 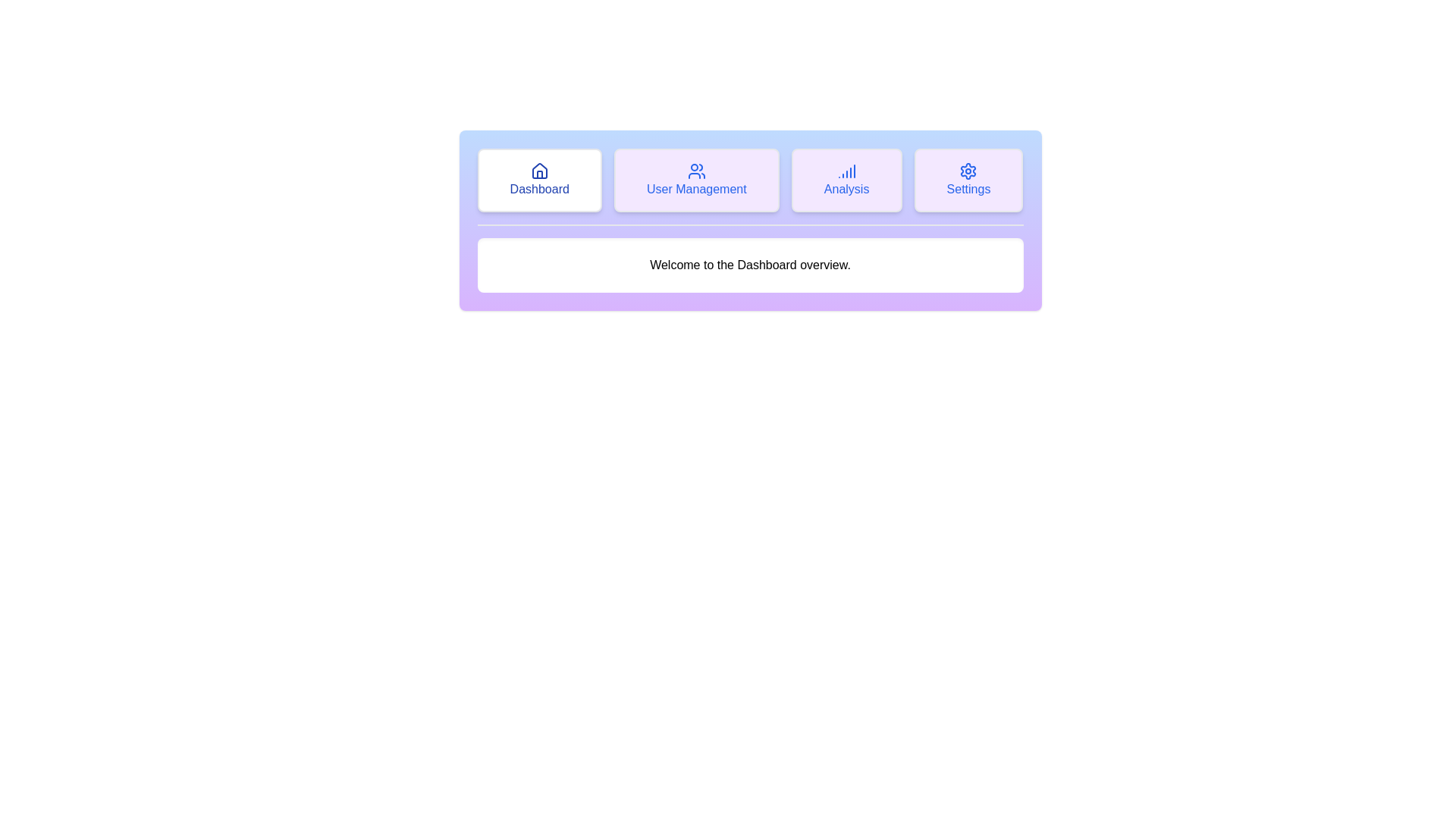 I want to click on the gear-shaped icon within the 'Settings' button located at the top-right of the button row, so click(x=968, y=171).